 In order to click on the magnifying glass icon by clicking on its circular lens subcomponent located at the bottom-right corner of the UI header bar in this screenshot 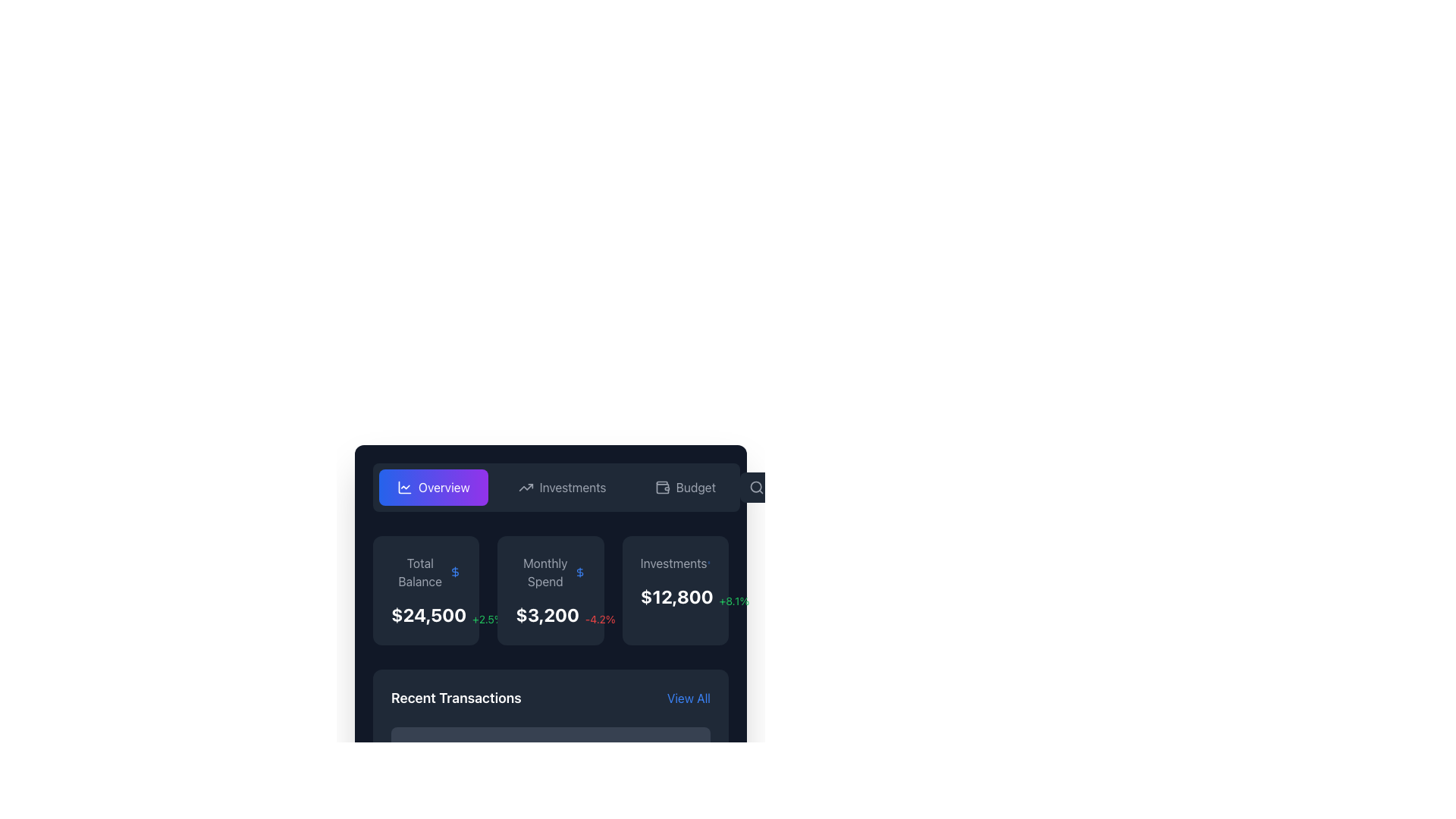, I will do `click(756, 487)`.